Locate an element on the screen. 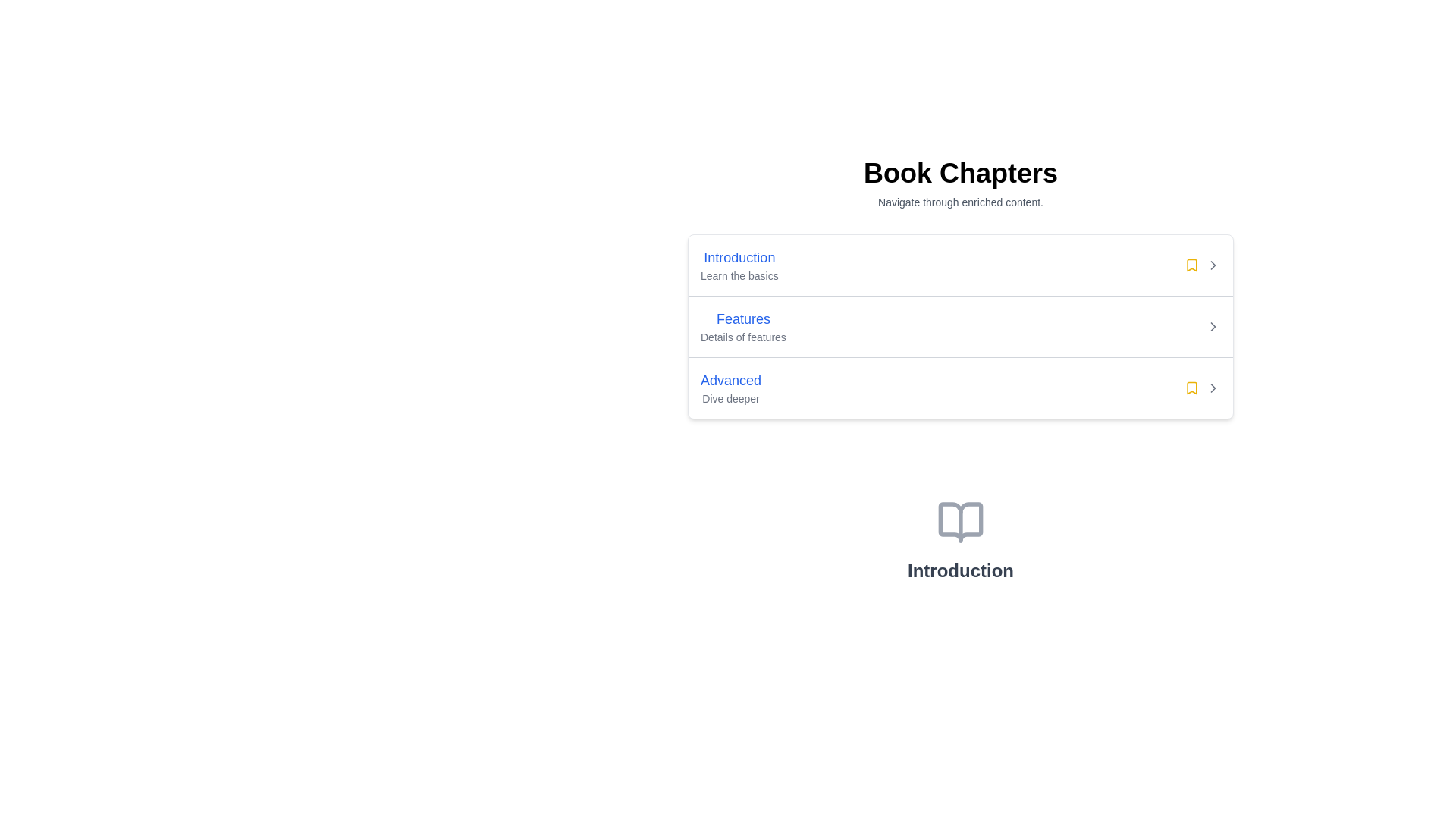 The image size is (1456, 819). the 'Introduction' text heading, which serves as a title summarizing the section's content is located at coordinates (960, 570).